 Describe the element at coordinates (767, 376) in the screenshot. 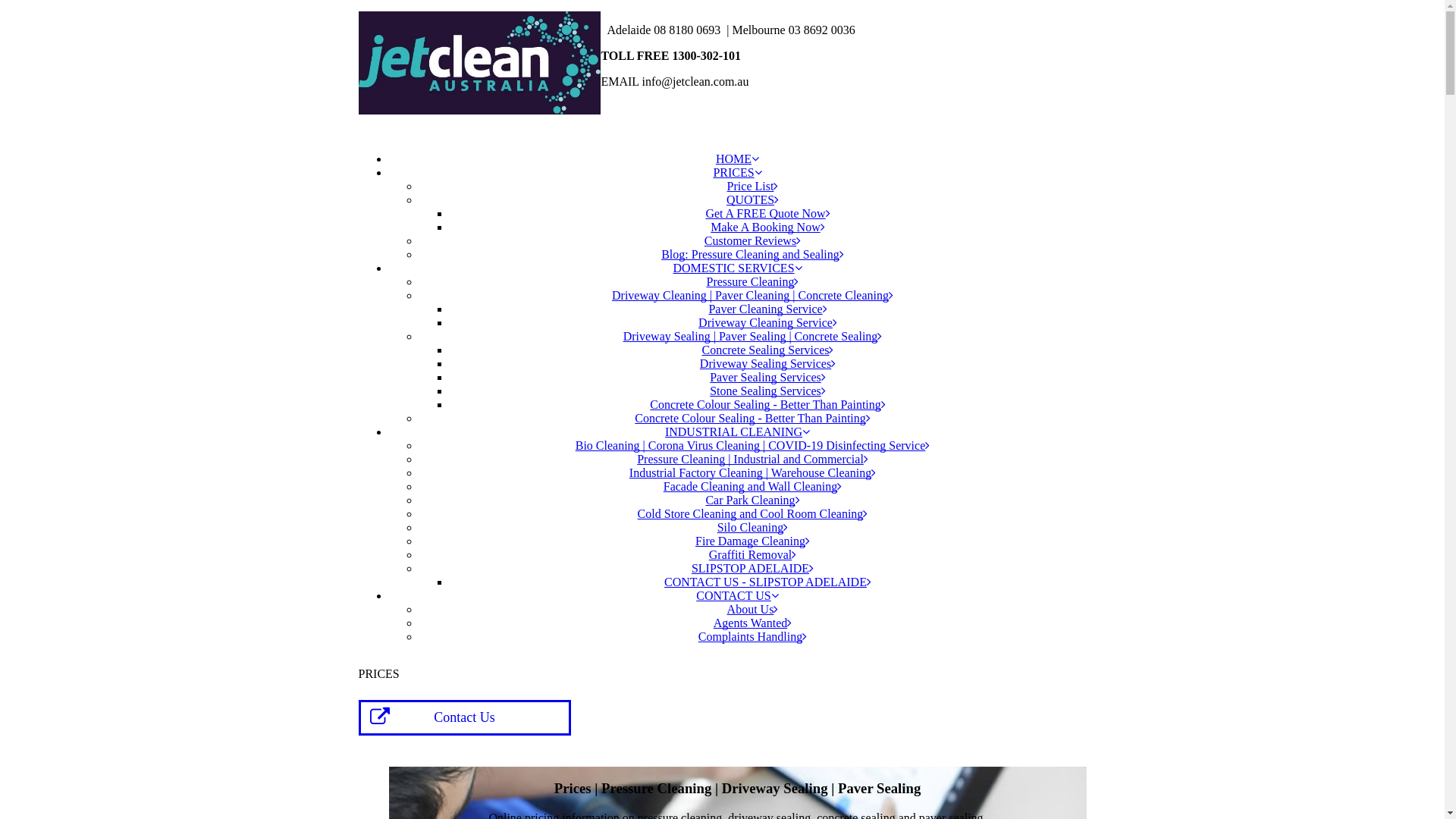

I see `'Paver Sealing Services'` at that location.